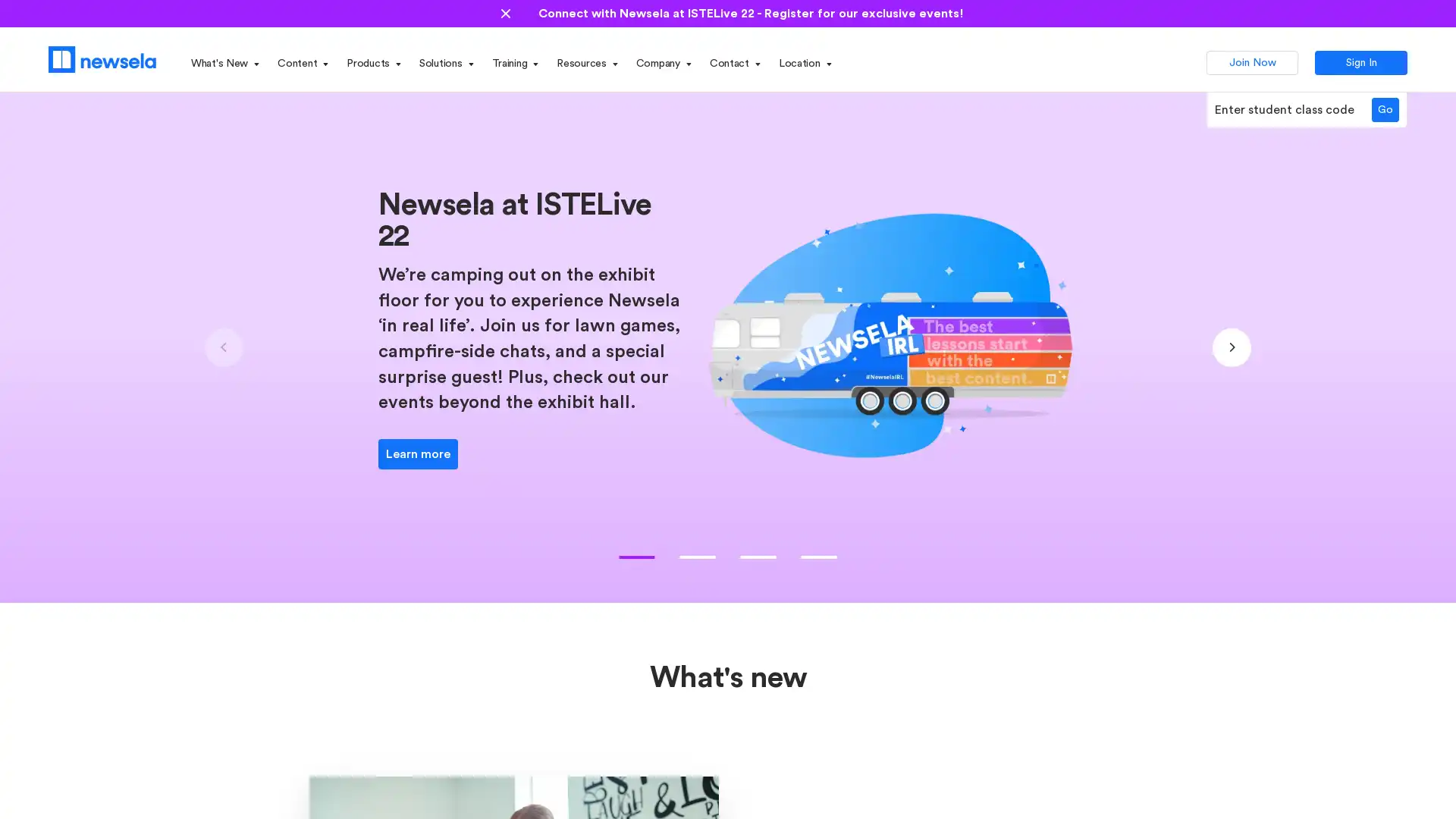 This screenshot has height=819, width=1456. What do you see at coordinates (1385, 109) in the screenshot?
I see `Go` at bounding box center [1385, 109].